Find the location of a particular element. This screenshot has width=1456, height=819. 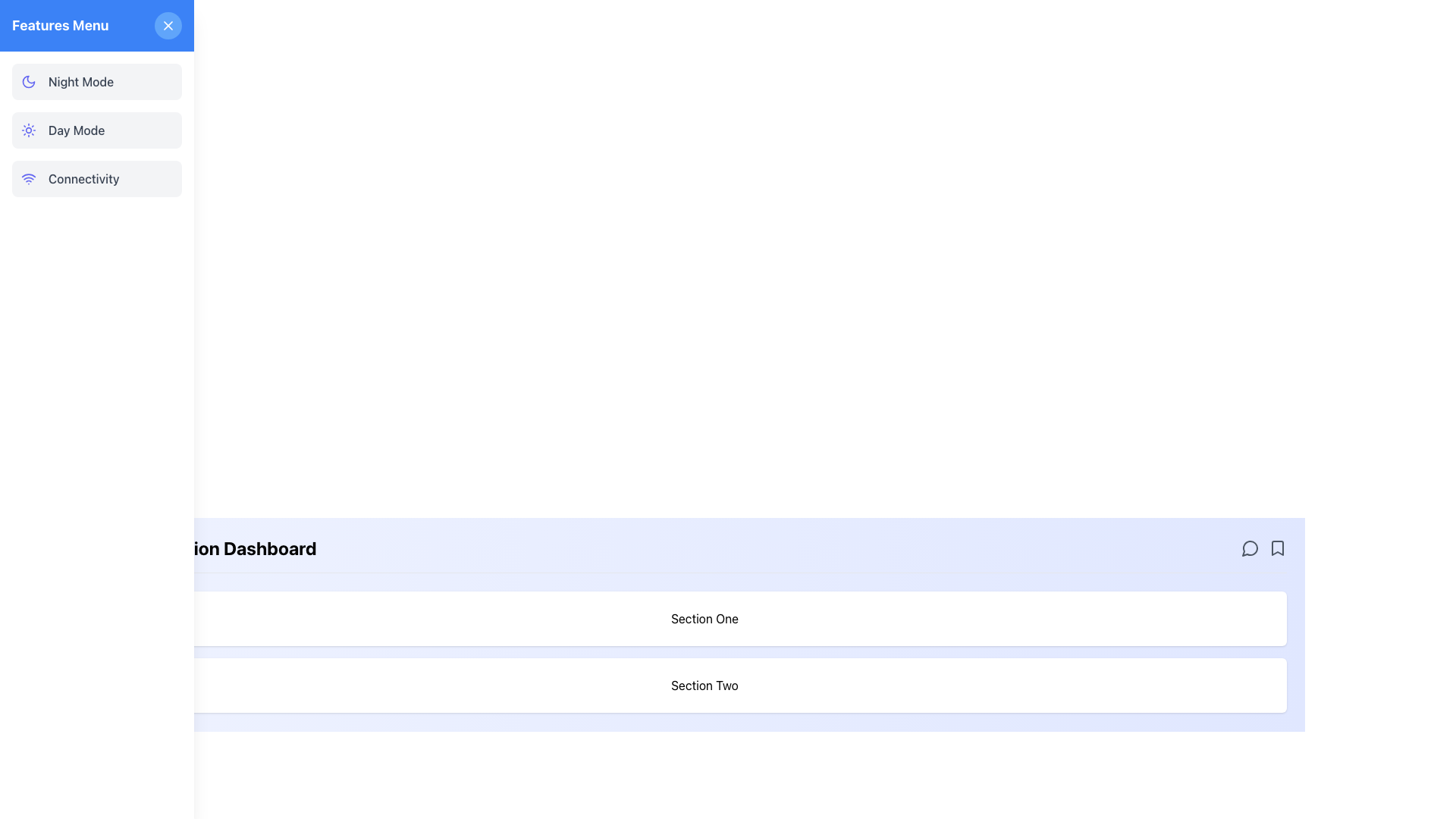

text label that reads 'Connectivity', which is styled with a gray font and located in the left panel of the interface, positioned as the third item in a menu section is located at coordinates (83, 177).